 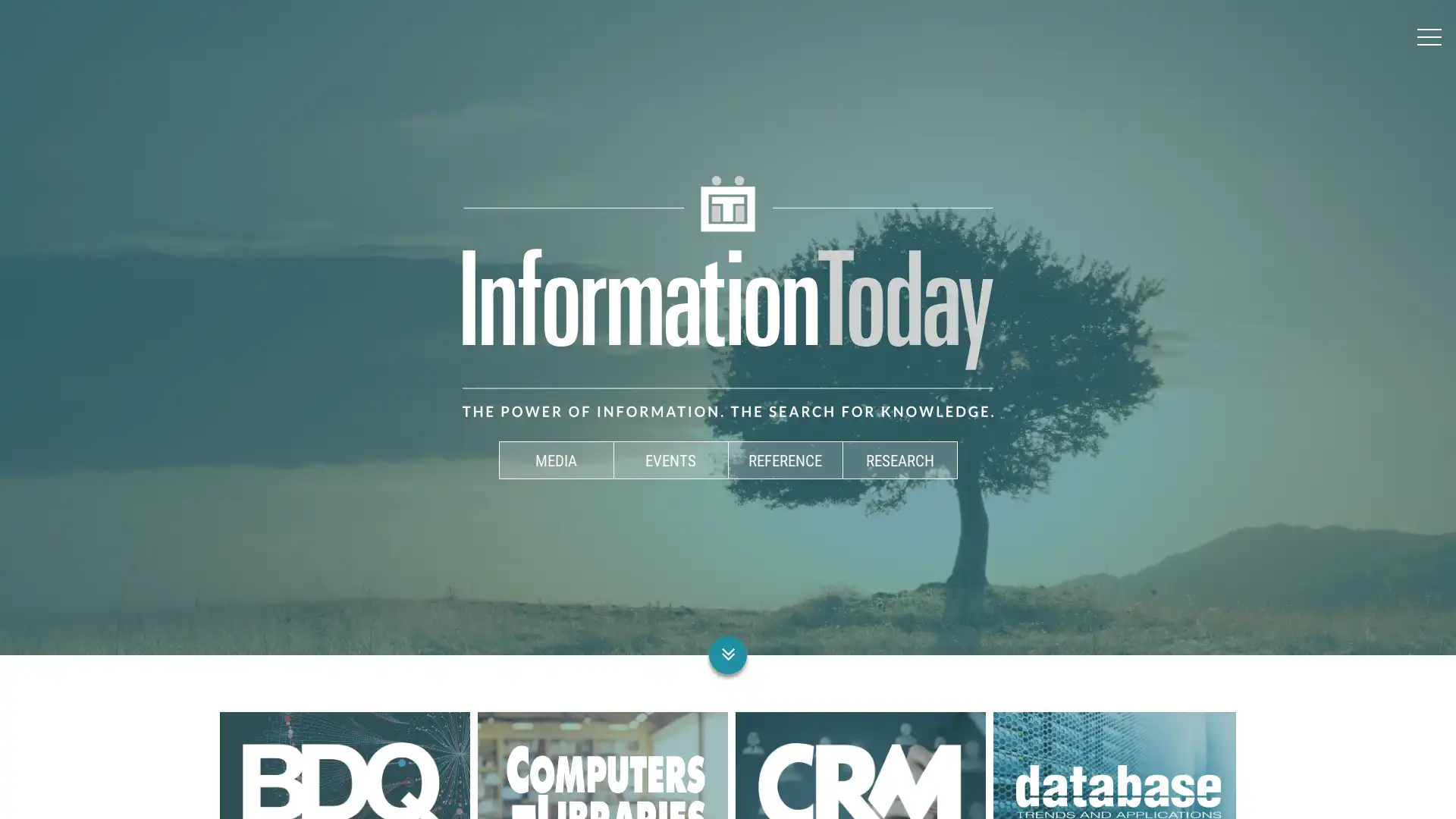 I want to click on Menu, so click(x=1429, y=37).